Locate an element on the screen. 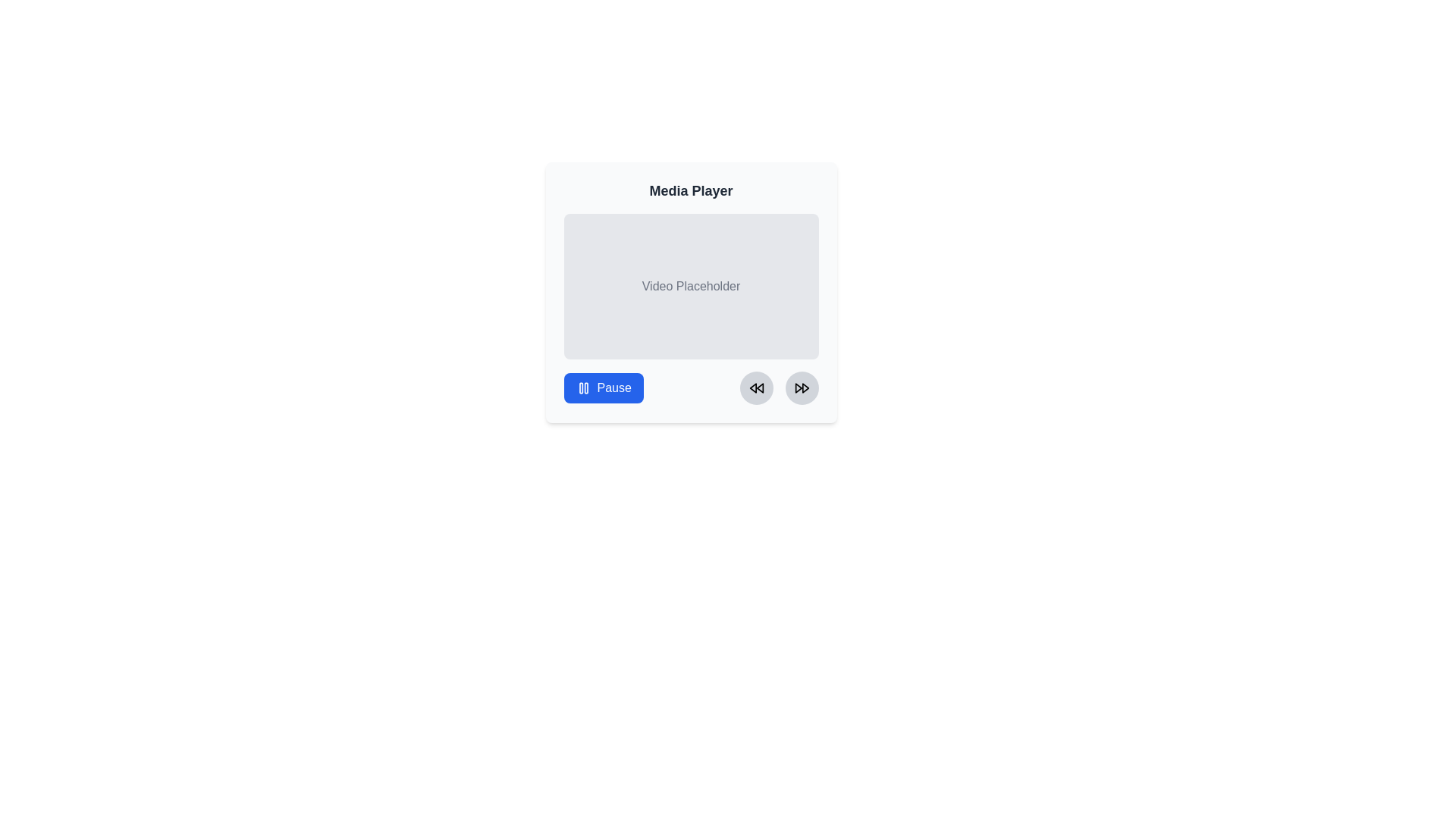 The width and height of the screenshot is (1456, 819). the rewind button located in the bottom center of the media player interface, positioned between the pause button and a double-arrow button pointing right is located at coordinates (756, 388).